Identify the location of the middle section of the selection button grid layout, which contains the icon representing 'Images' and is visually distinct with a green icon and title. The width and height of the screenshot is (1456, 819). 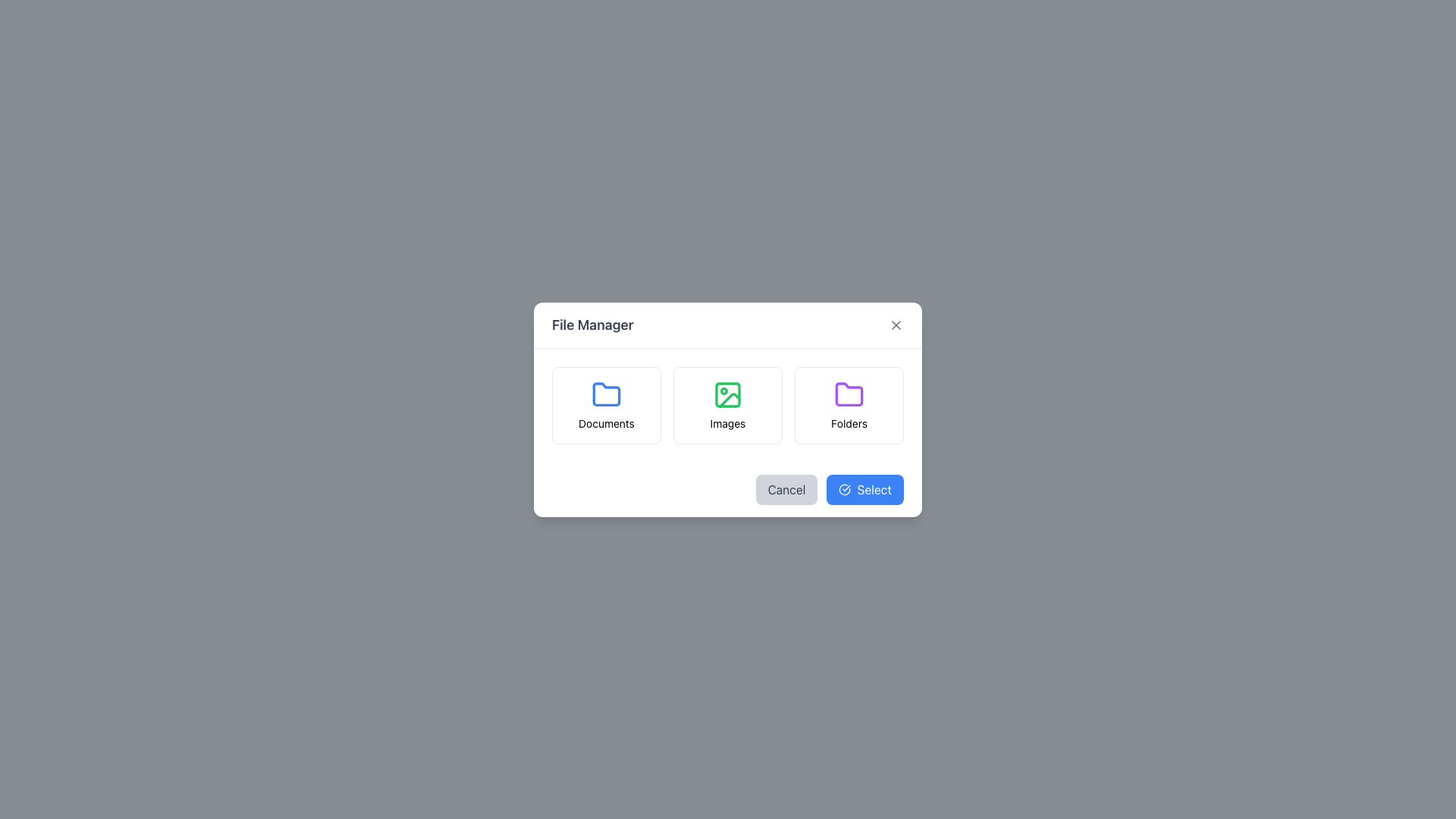
(728, 404).